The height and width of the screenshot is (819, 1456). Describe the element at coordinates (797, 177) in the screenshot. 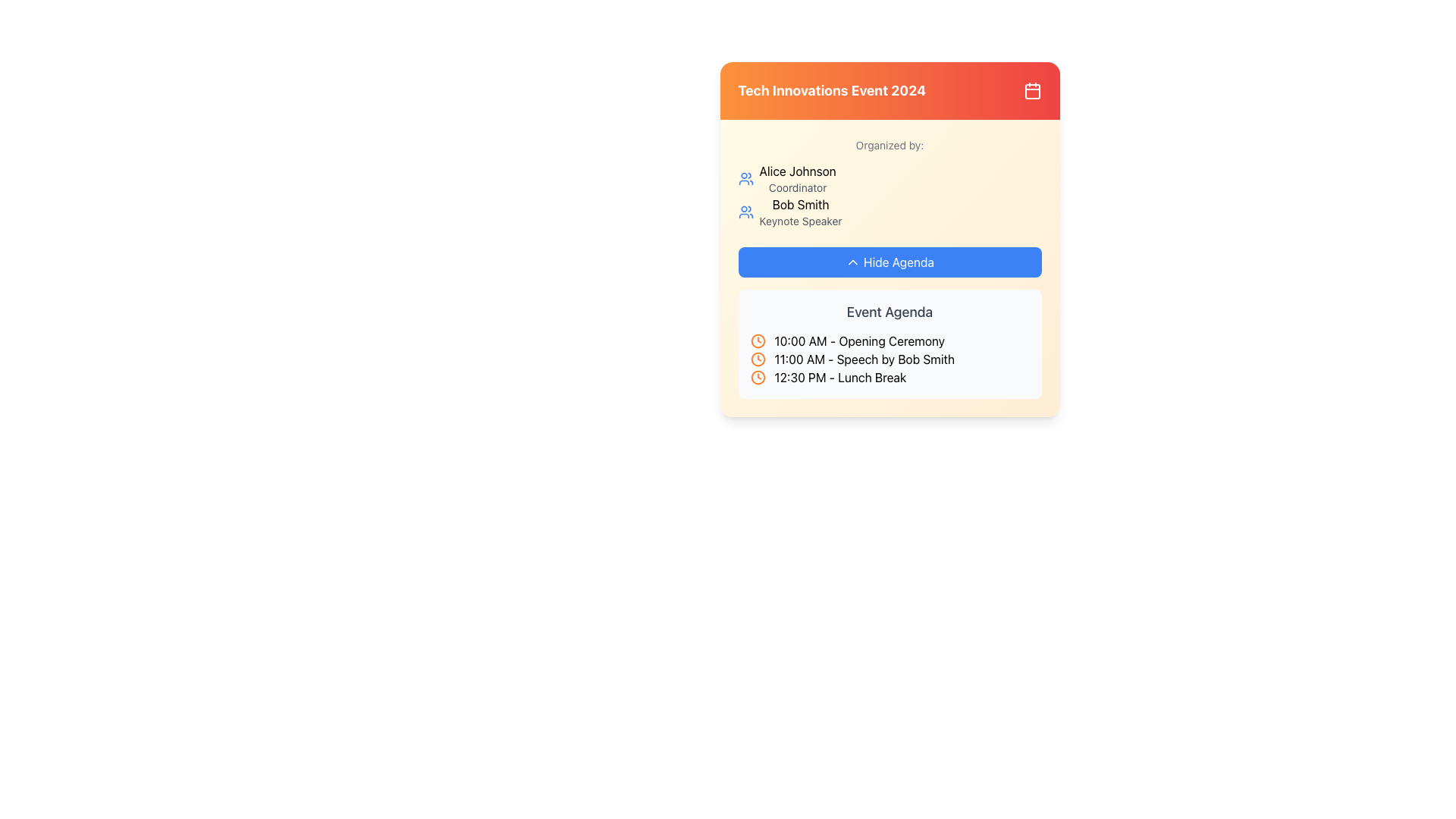

I see `the Text Label displaying 'Alice Johnson' located above the title 'Coordinator' in the 'Organized by:' section` at that location.